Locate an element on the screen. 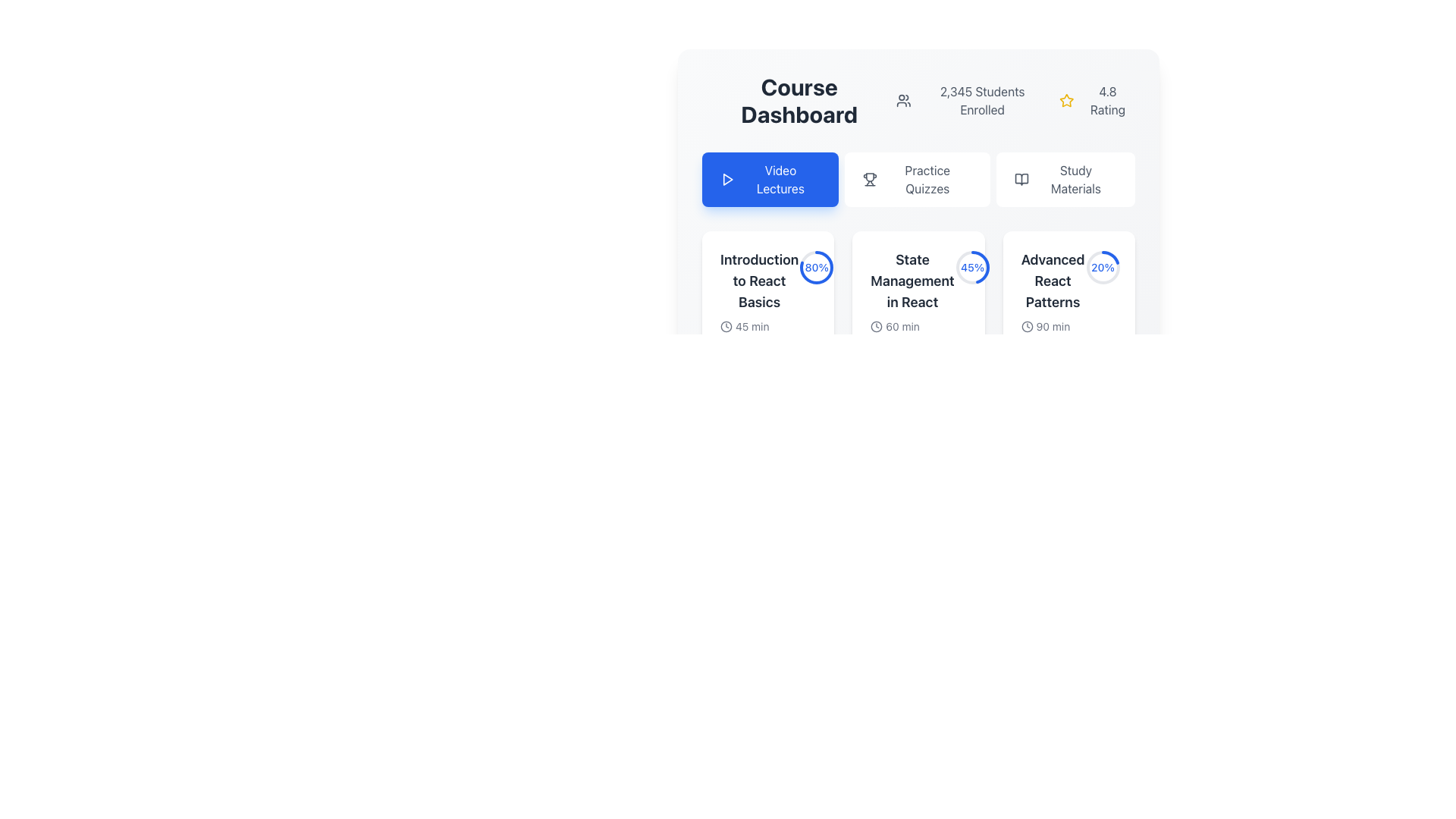  the play icon located within the 'Video Lectures' button, which has a blue background and is the first button in a horizontal row is located at coordinates (726, 178).